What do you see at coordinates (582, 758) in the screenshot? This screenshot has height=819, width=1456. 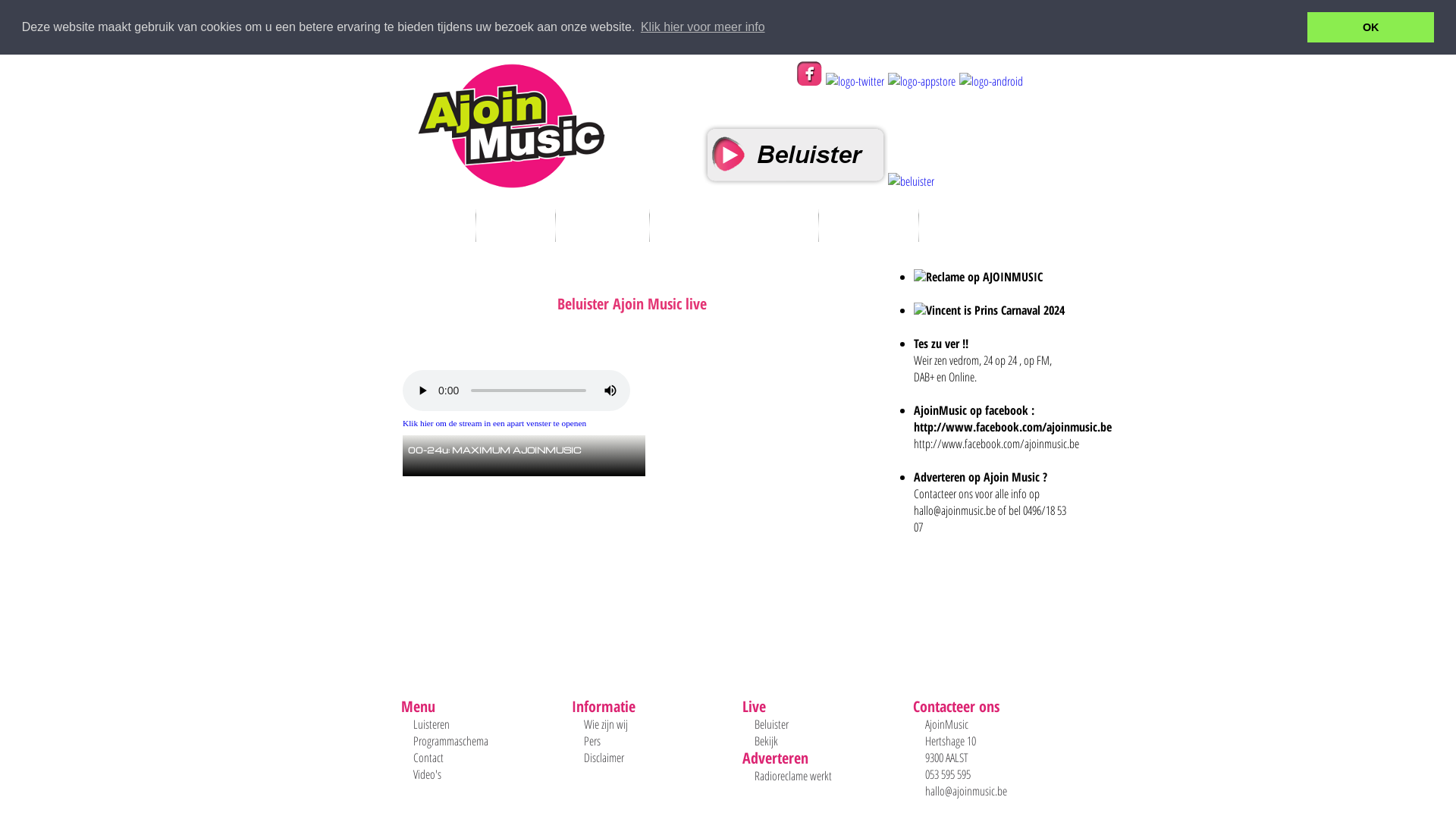 I see `'Disclaimer'` at bounding box center [582, 758].